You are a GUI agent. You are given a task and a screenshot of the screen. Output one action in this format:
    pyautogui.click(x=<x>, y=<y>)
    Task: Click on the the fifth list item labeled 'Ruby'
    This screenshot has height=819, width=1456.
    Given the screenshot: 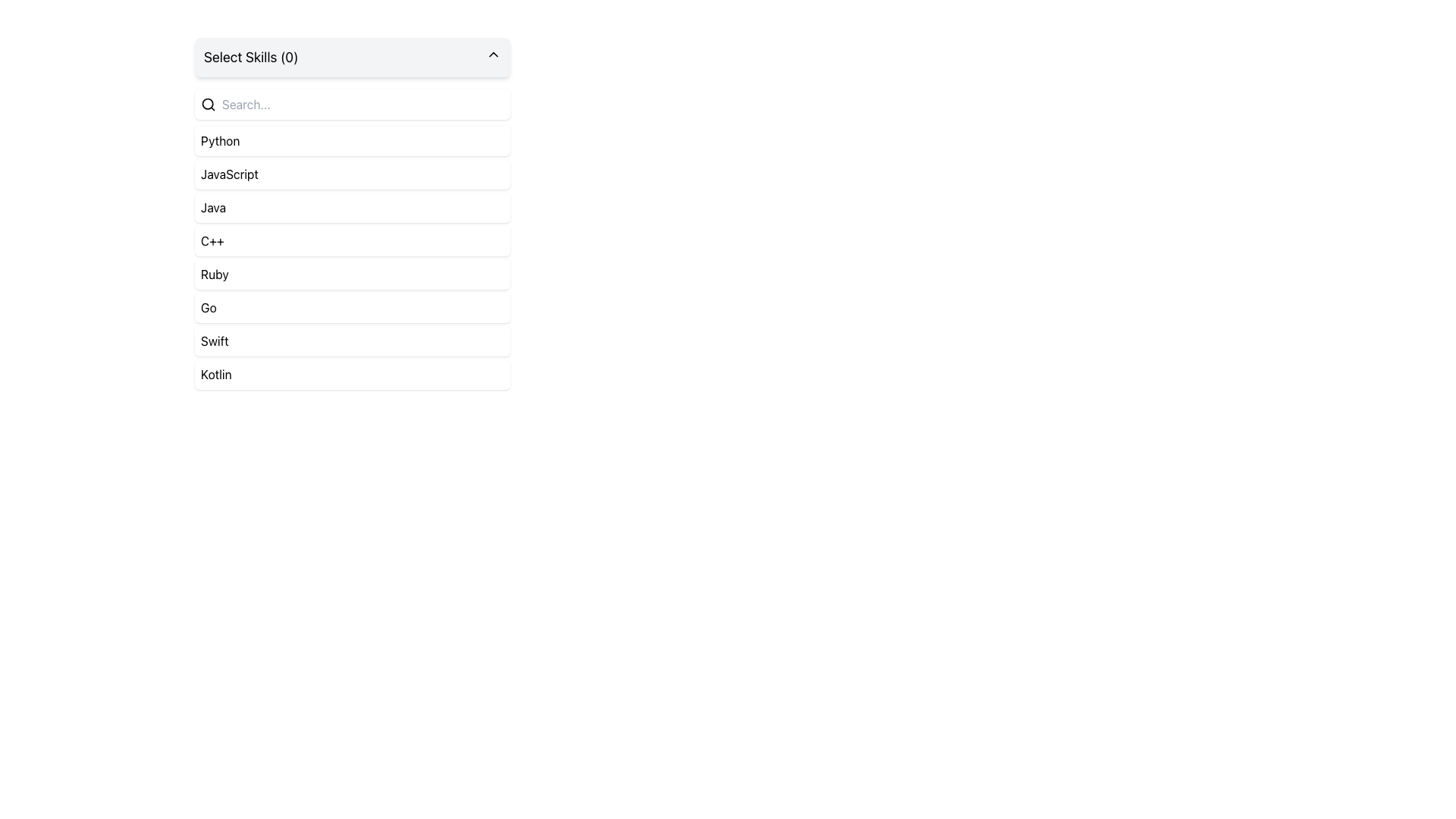 What is the action you would take?
    pyautogui.click(x=352, y=275)
    